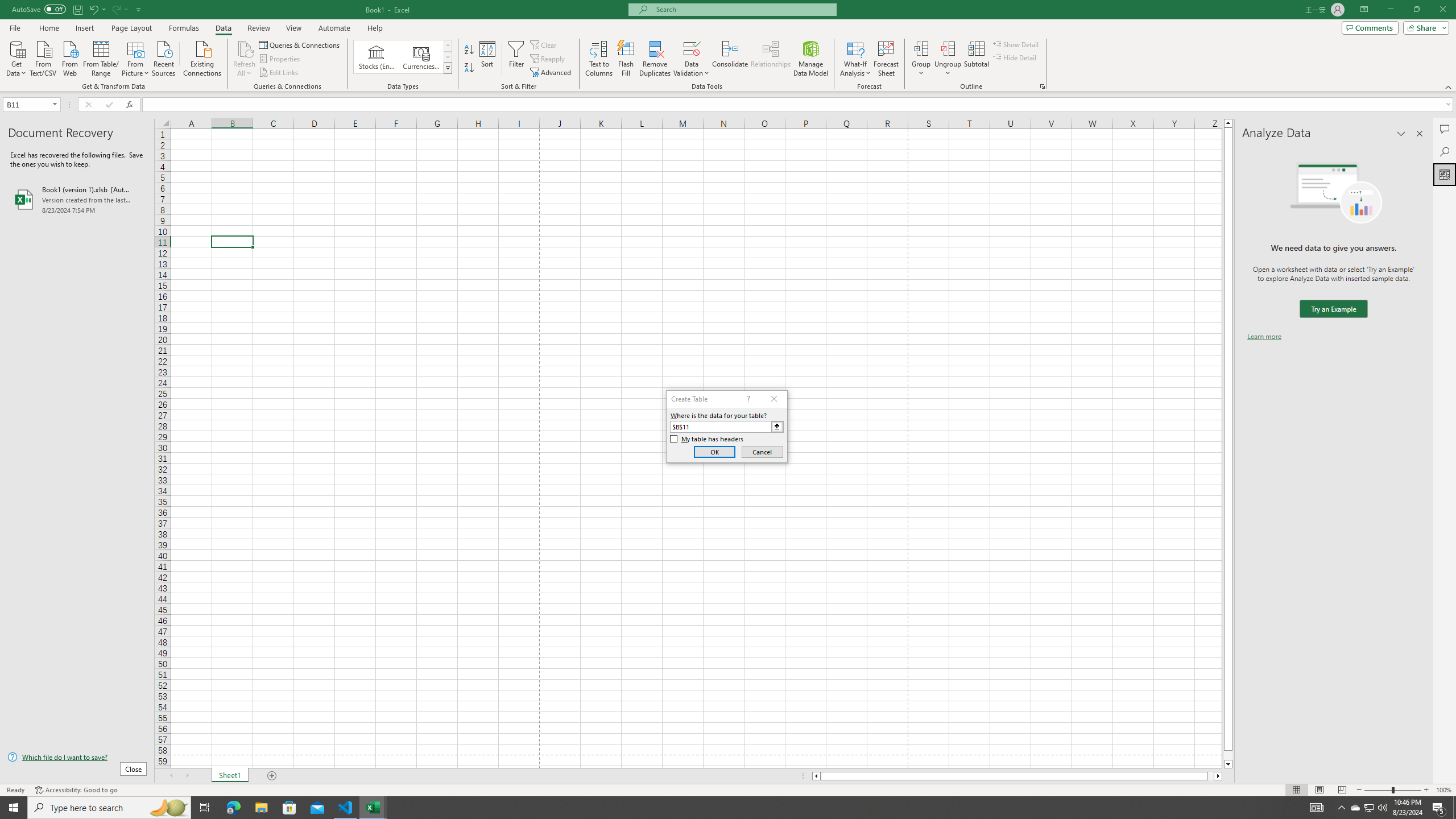 The image size is (1456, 819). Describe the element at coordinates (1419, 133) in the screenshot. I see `'Close pane'` at that location.